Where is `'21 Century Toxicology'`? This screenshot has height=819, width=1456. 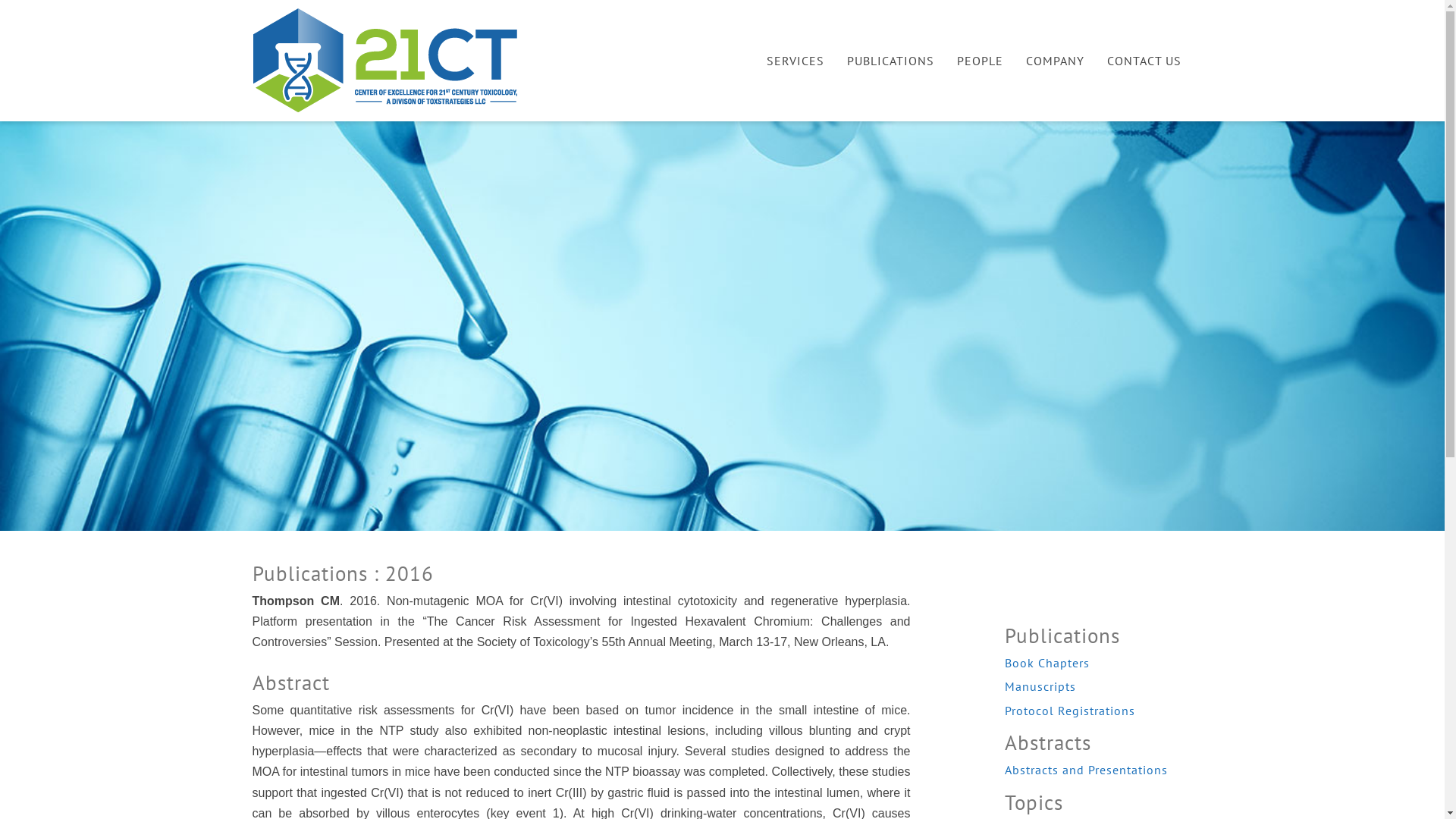
'21 Century Toxicology' is located at coordinates (388, 58).